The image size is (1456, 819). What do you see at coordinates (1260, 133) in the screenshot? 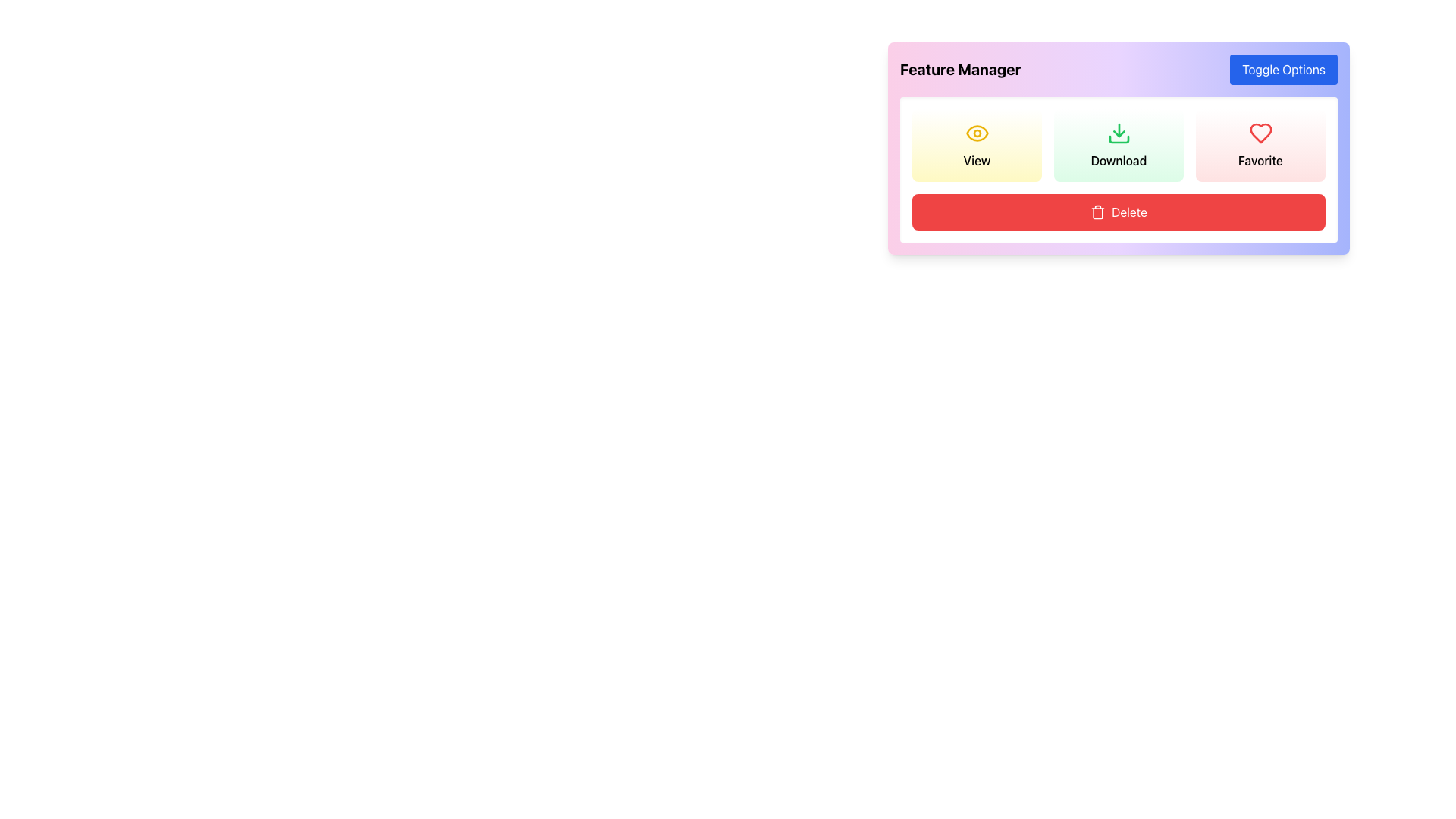
I see `the red heart icon located within the 'Favorite' button, which is the third clickable option in the user interface` at bounding box center [1260, 133].